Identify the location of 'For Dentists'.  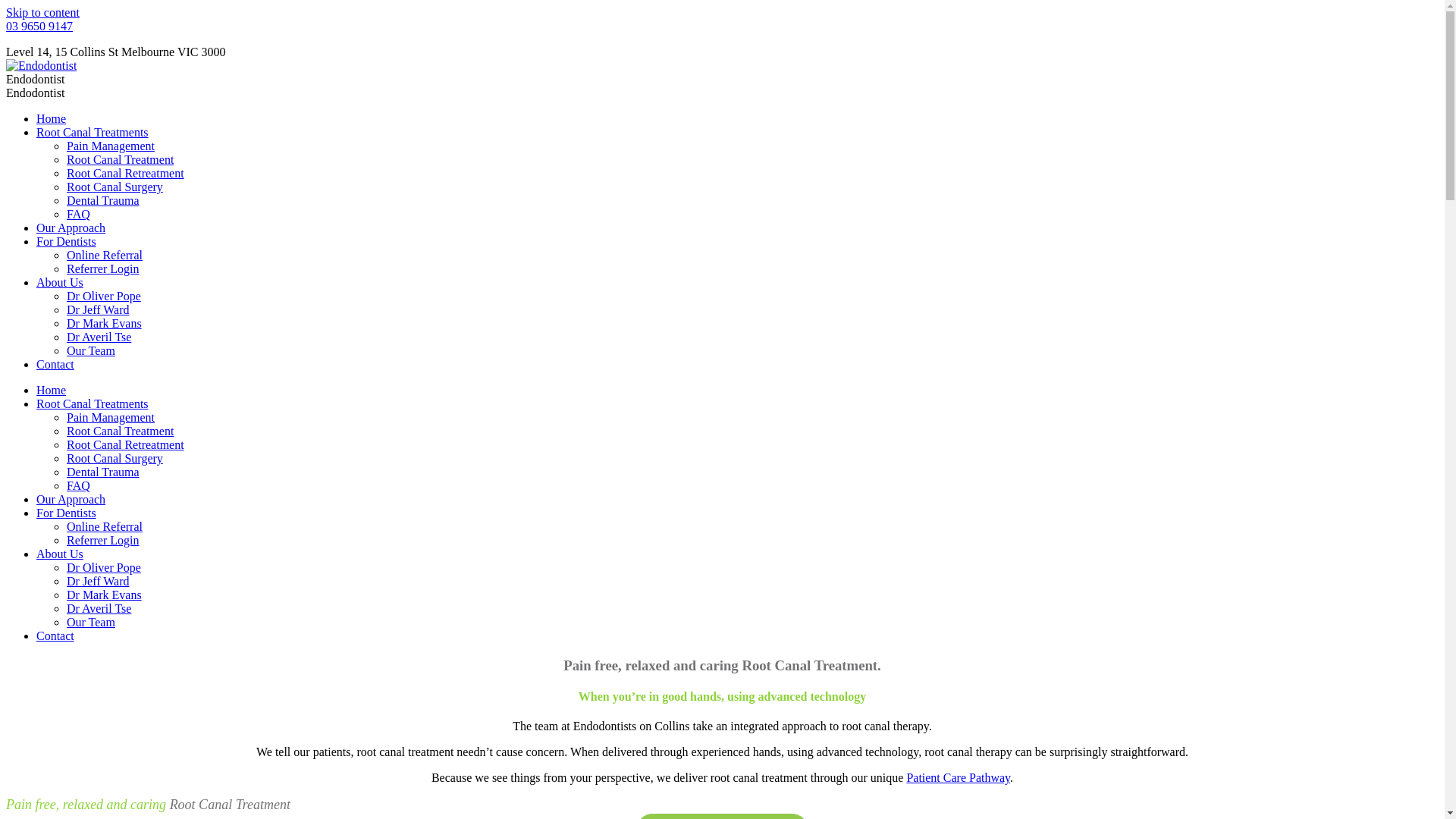
(65, 240).